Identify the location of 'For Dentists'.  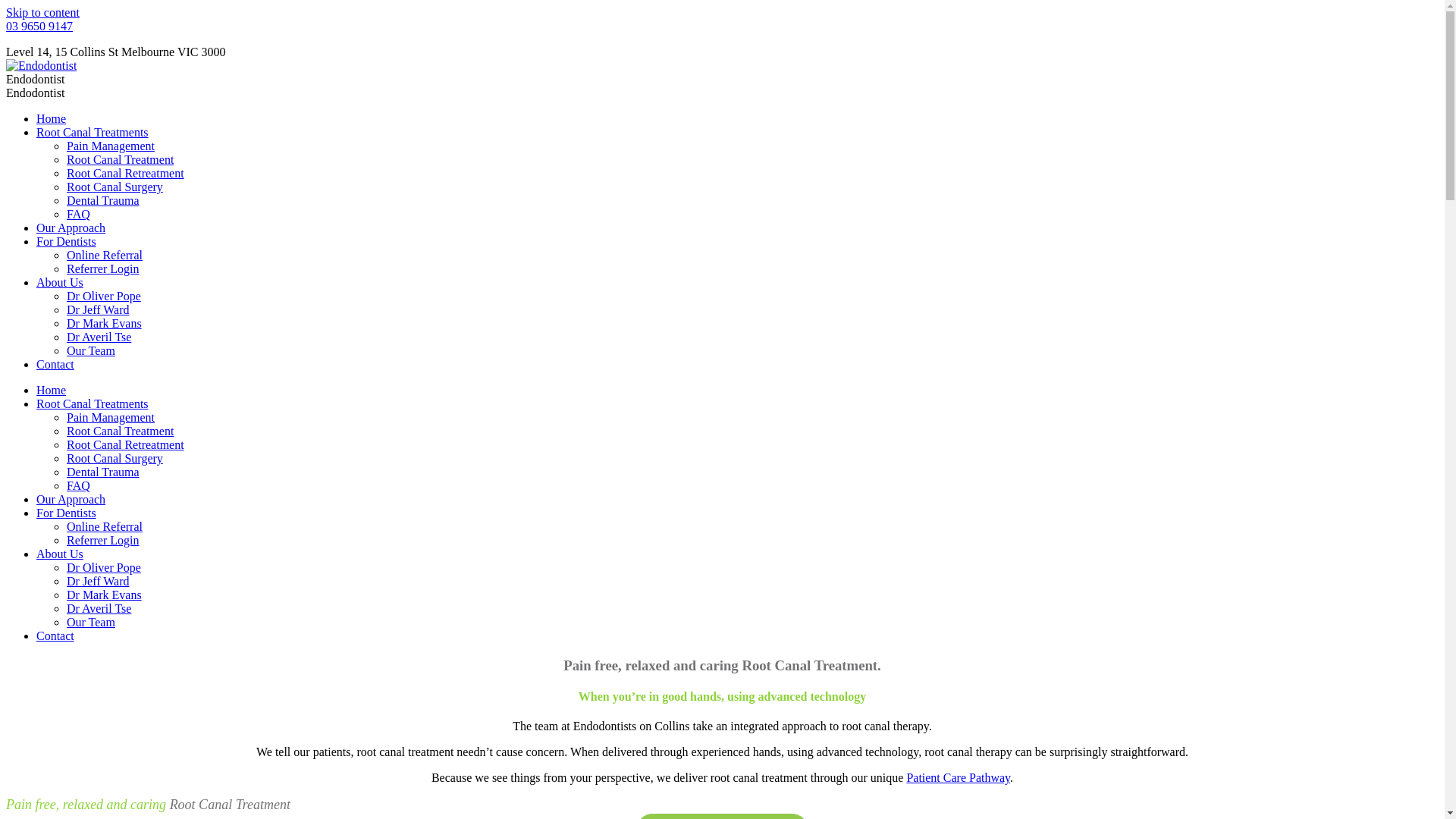
(65, 240).